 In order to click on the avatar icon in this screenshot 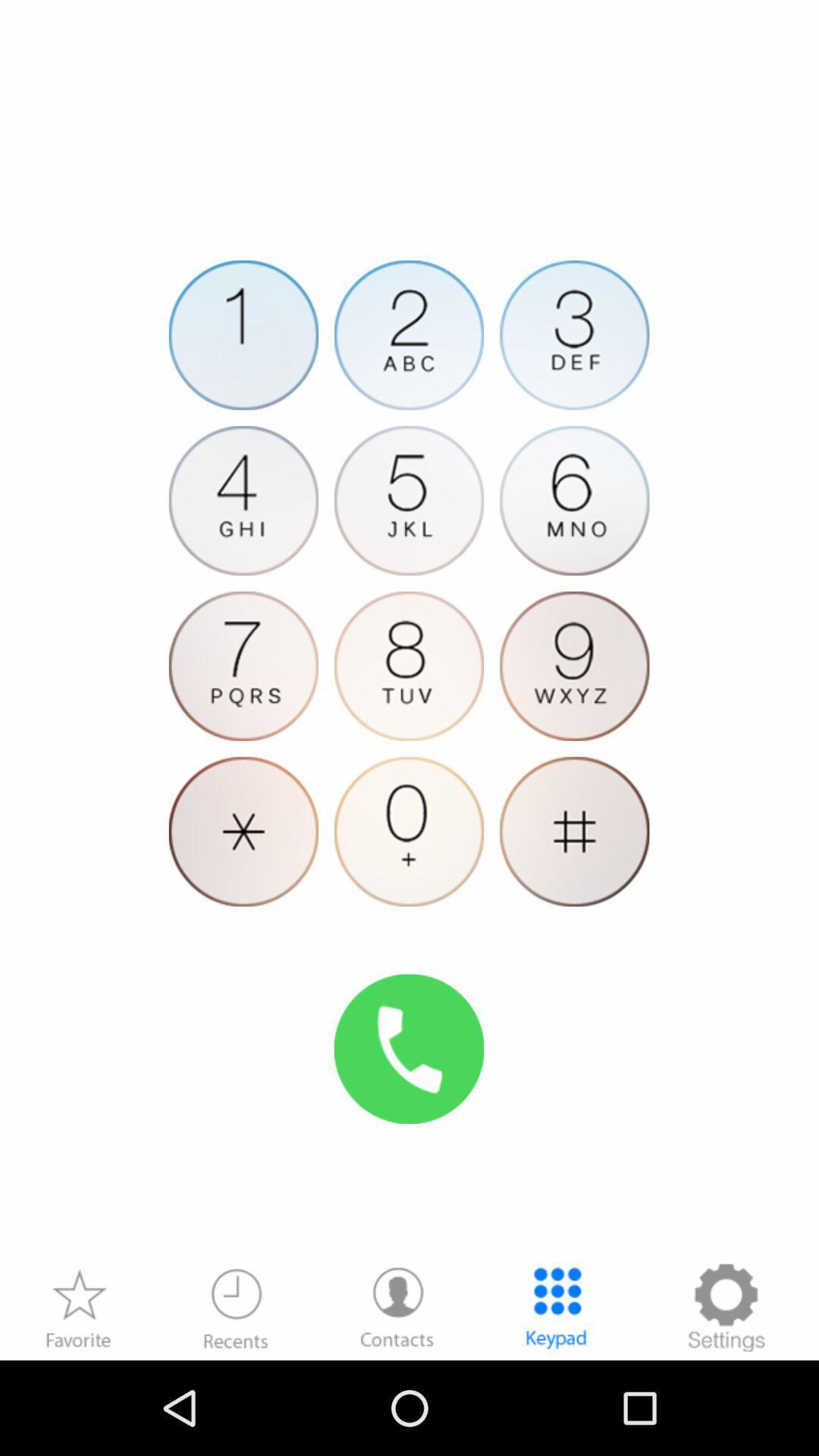, I will do `click(397, 1398)`.